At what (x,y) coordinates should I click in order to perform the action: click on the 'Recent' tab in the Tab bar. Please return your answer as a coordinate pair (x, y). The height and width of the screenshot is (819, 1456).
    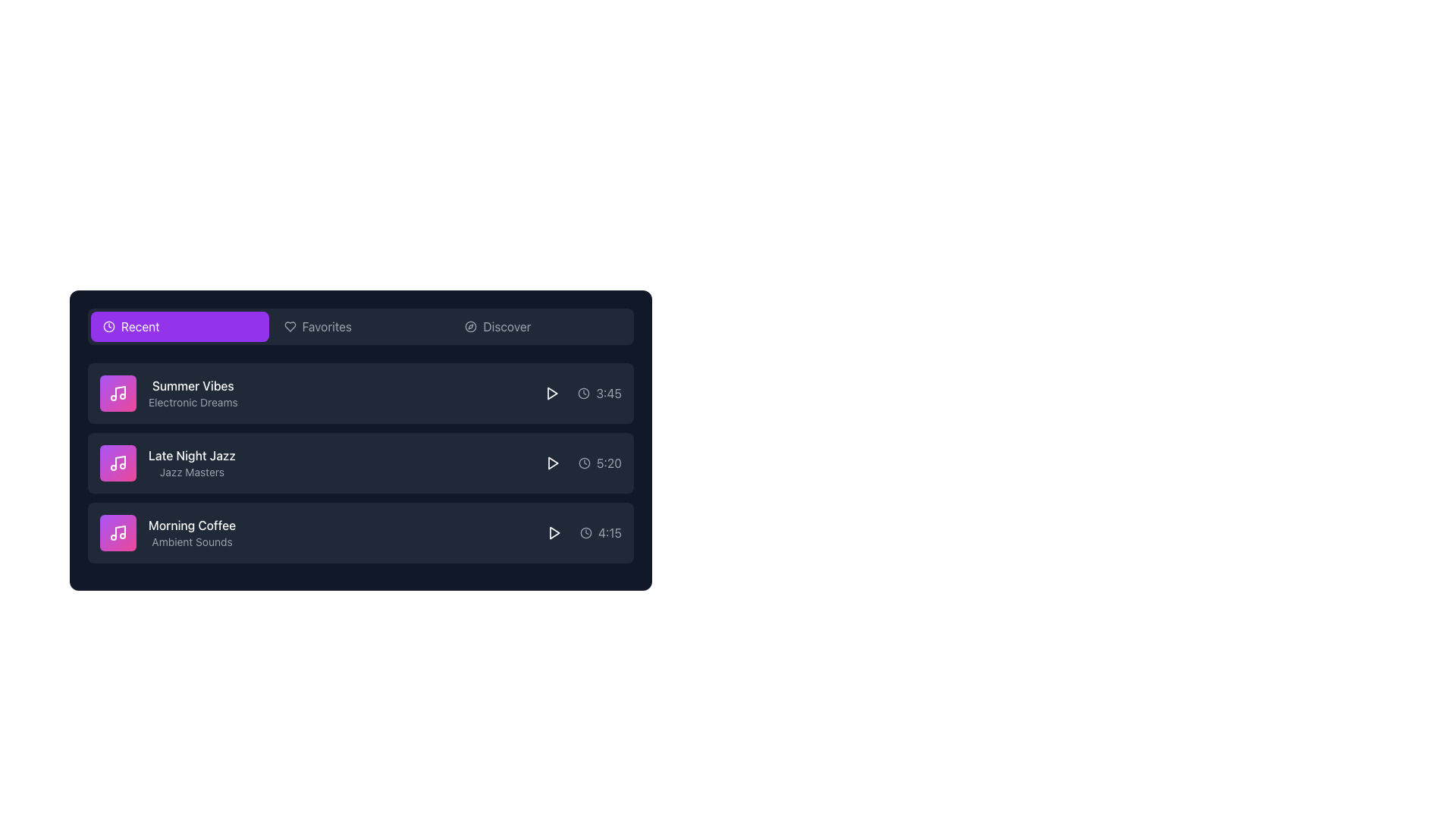
    Looking at the image, I should click on (359, 326).